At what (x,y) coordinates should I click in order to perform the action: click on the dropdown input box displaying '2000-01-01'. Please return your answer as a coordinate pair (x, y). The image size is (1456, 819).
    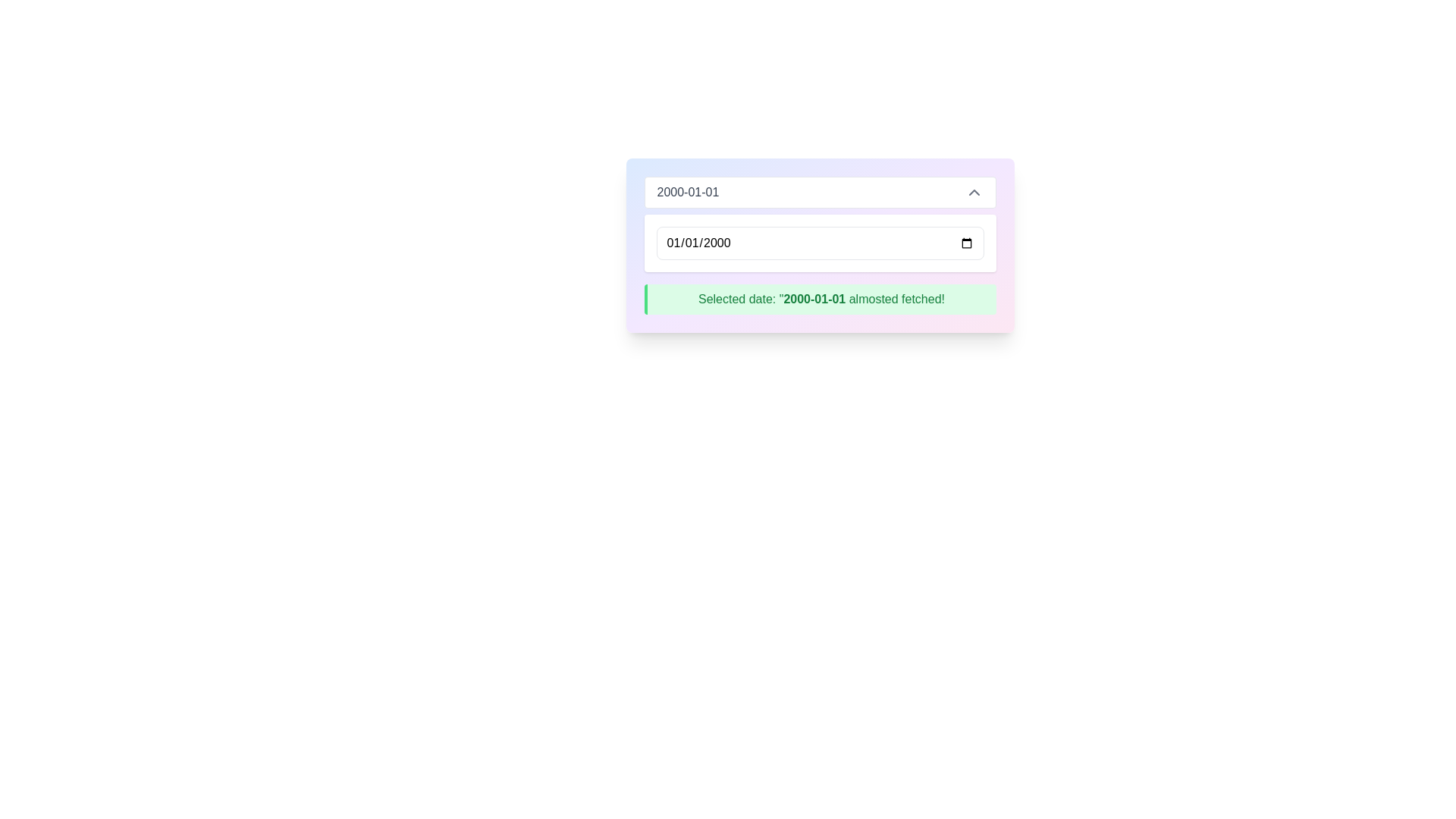
    Looking at the image, I should click on (819, 192).